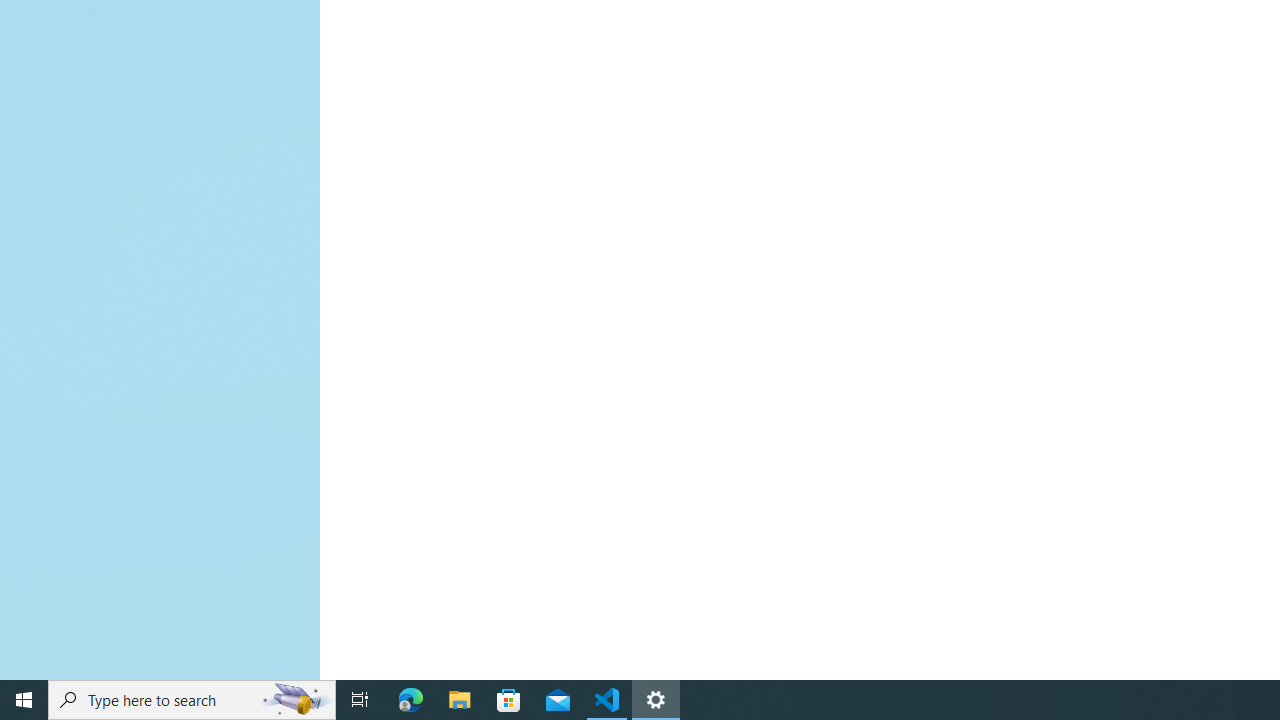 Image resolution: width=1280 pixels, height=720 pixels. Describe the element at coordinates (192, 698) in the screenshot. I see `'Type here to search'` at that location.